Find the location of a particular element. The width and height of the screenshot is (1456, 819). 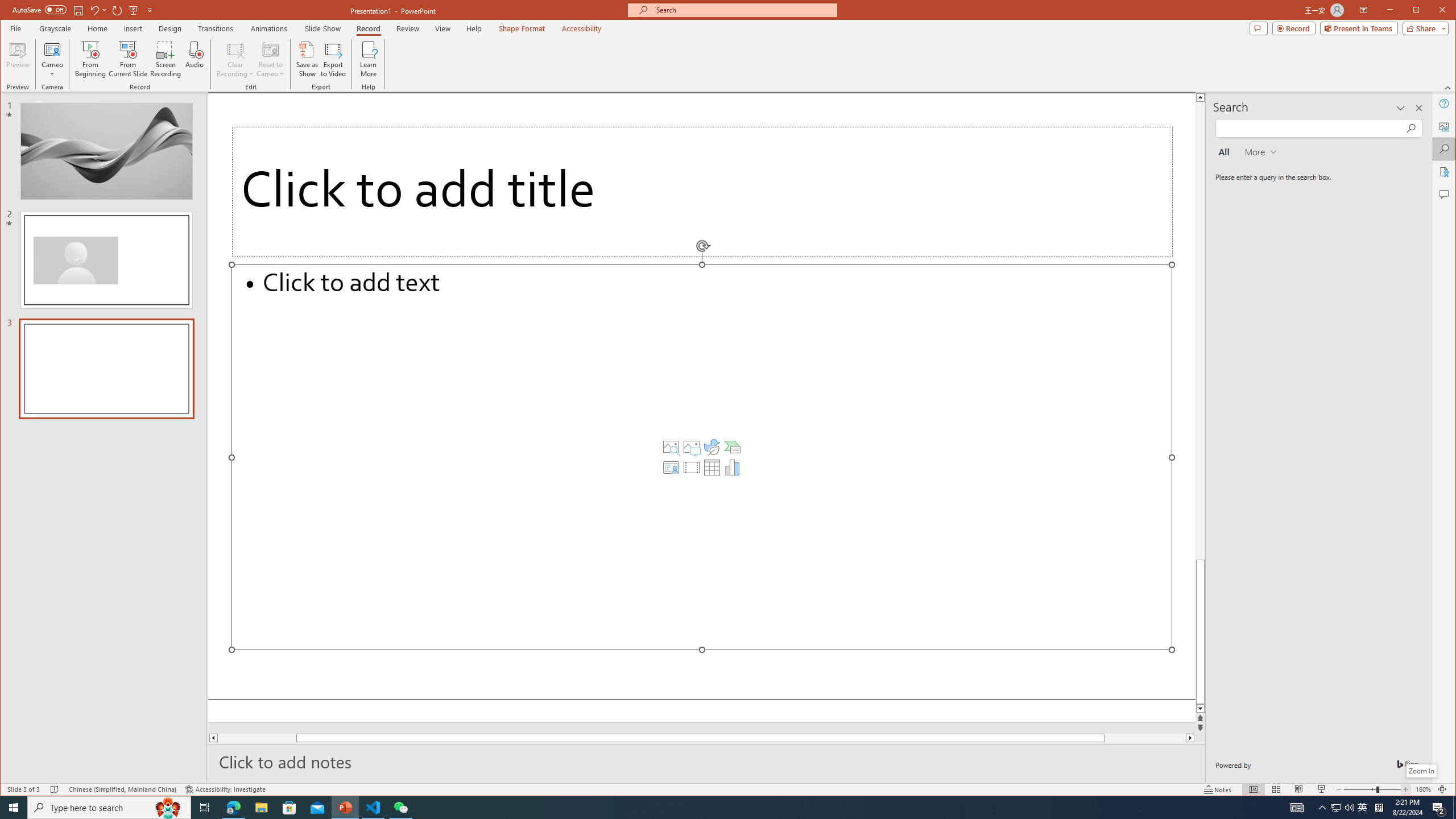

'Accessibility Checker Accessibility: Investigate' is located at coordinates (225, 789).